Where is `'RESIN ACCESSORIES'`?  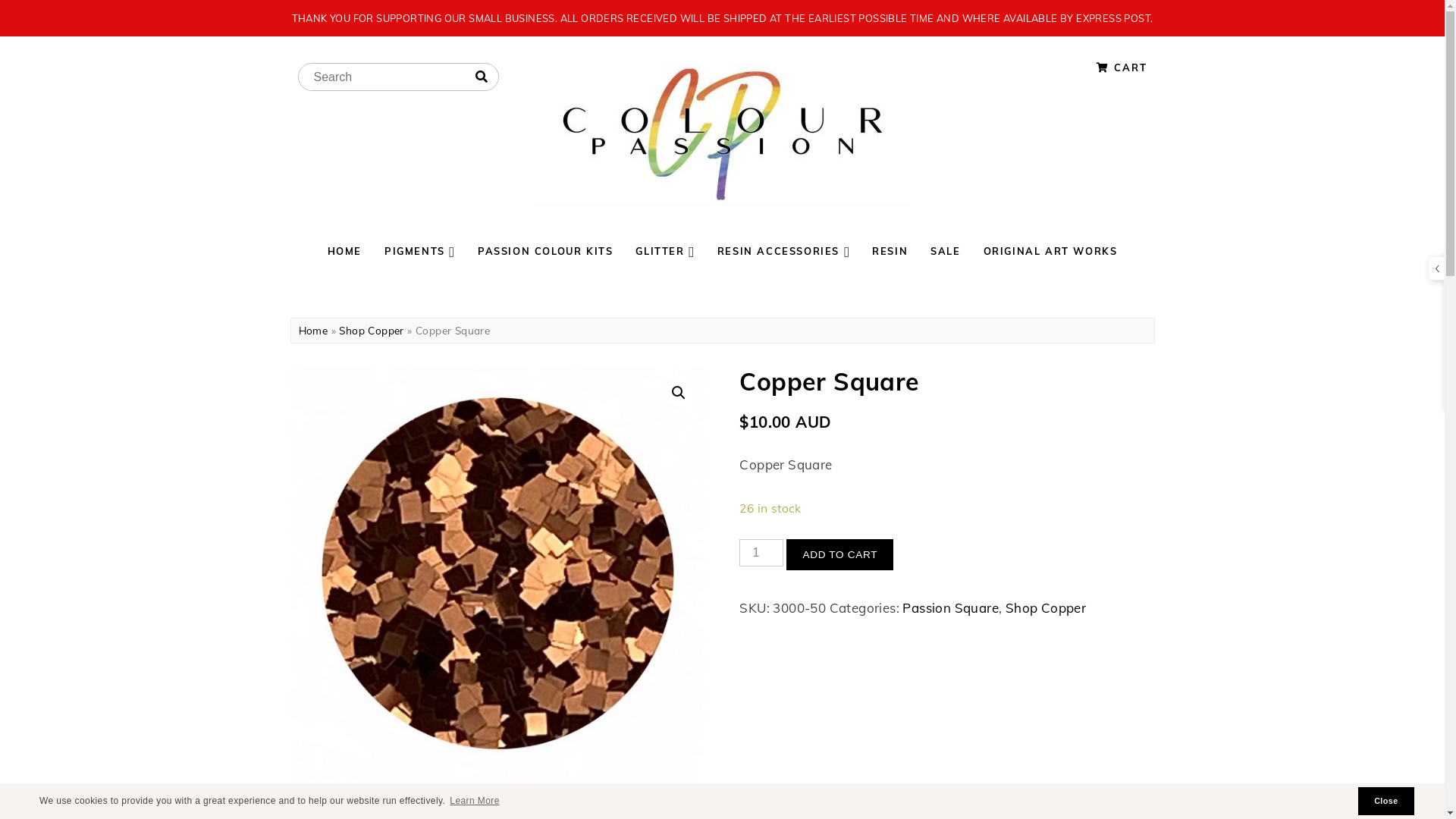
'RESIN ACCESSORIES' is located at coordinates (705, 250).